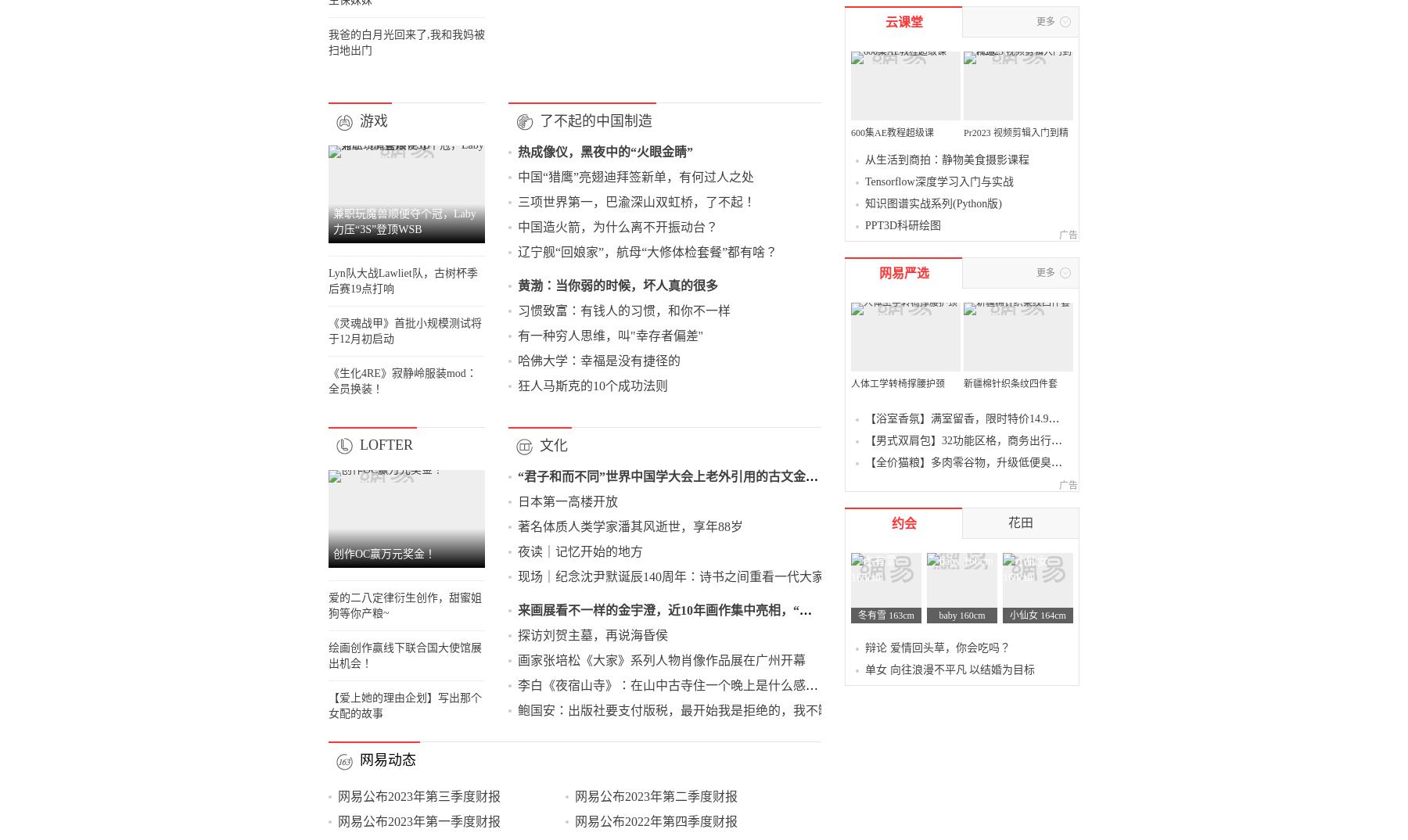 The height and width of the screenshot is (840, 1408). What do you see at coordinates (677, 713) in the screenshot?
I see `'有一种穷人思维，叫"幸存者偏差"'` at bounding box center [677, 713].